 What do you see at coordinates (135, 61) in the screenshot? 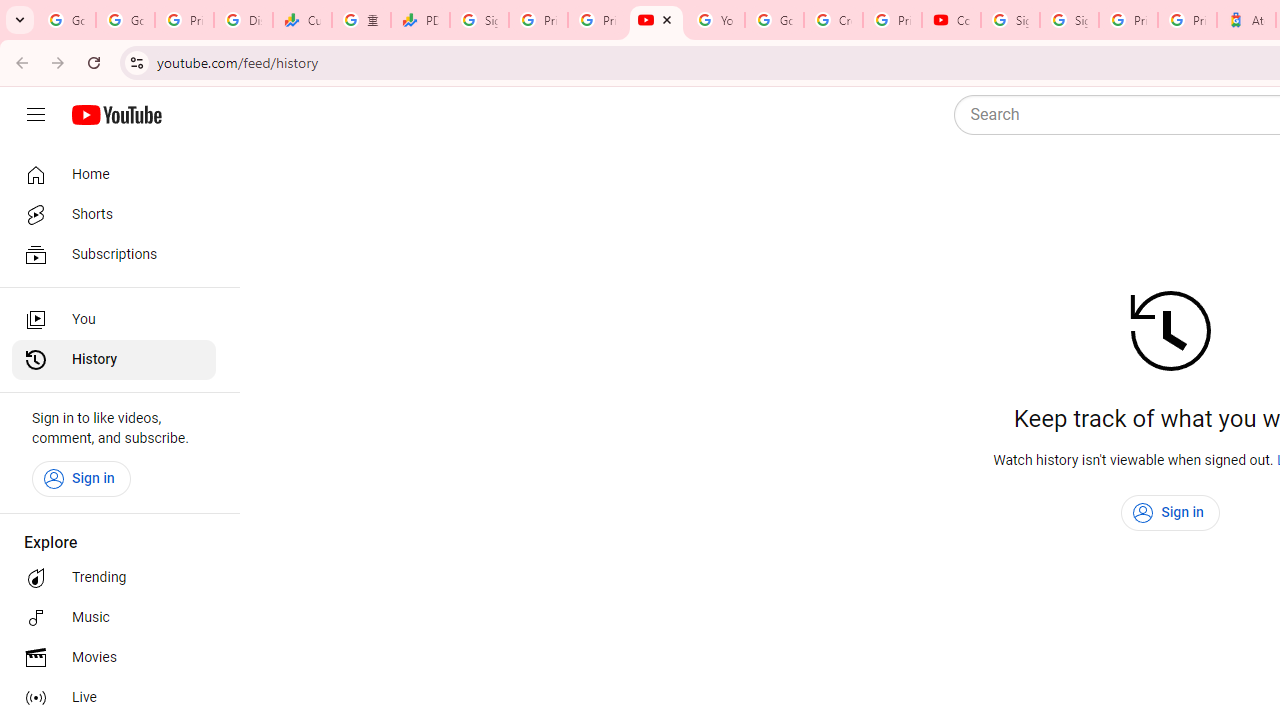
I see `'View site information'` at bounding box center [135, 61].